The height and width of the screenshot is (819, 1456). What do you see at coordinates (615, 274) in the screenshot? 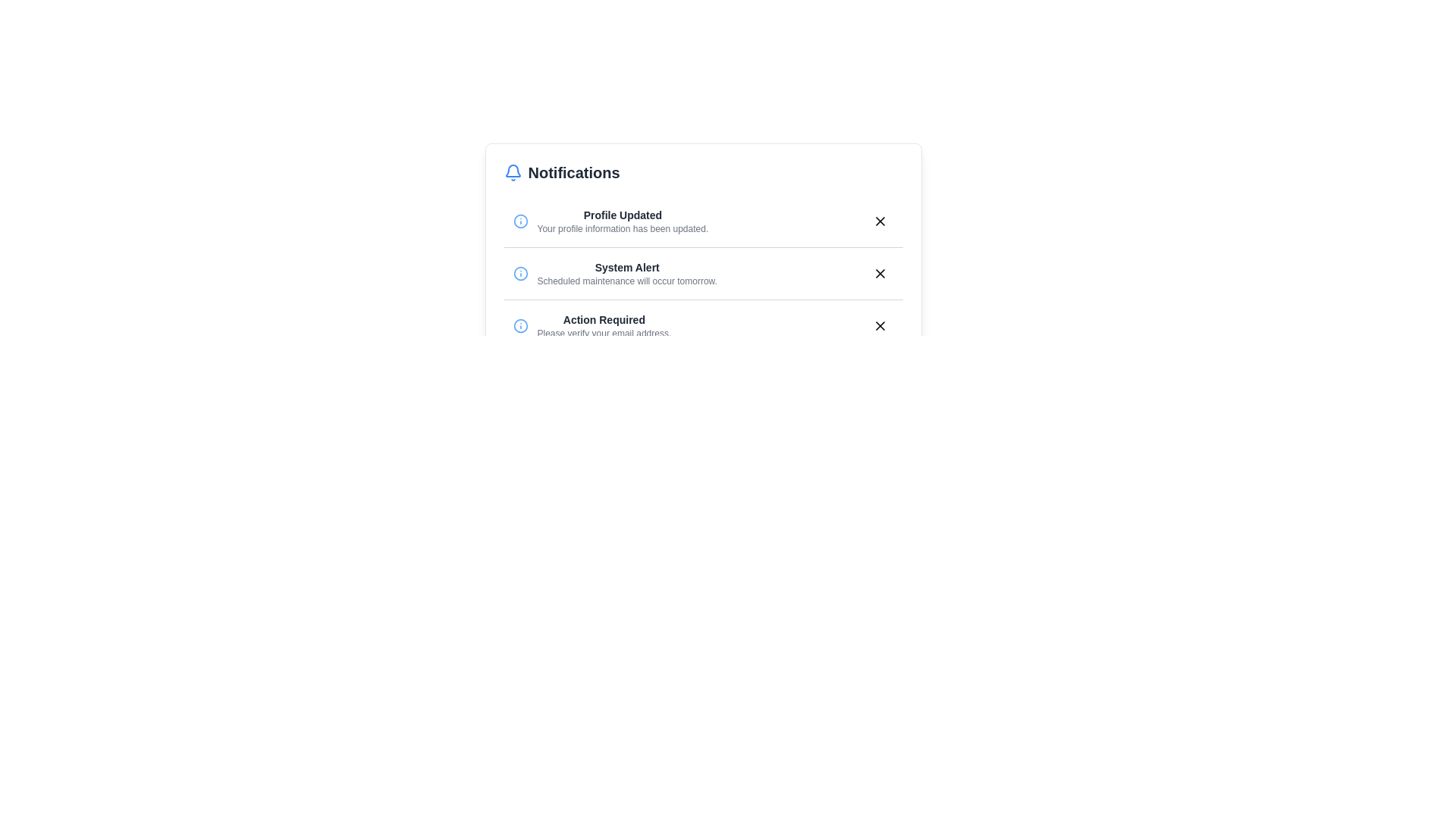
I see `notification text from the second notification block in the vertical stack of the notification panel, situated between 'Profile Updated' and 'Action Required'` at bounding box center [615, 274].